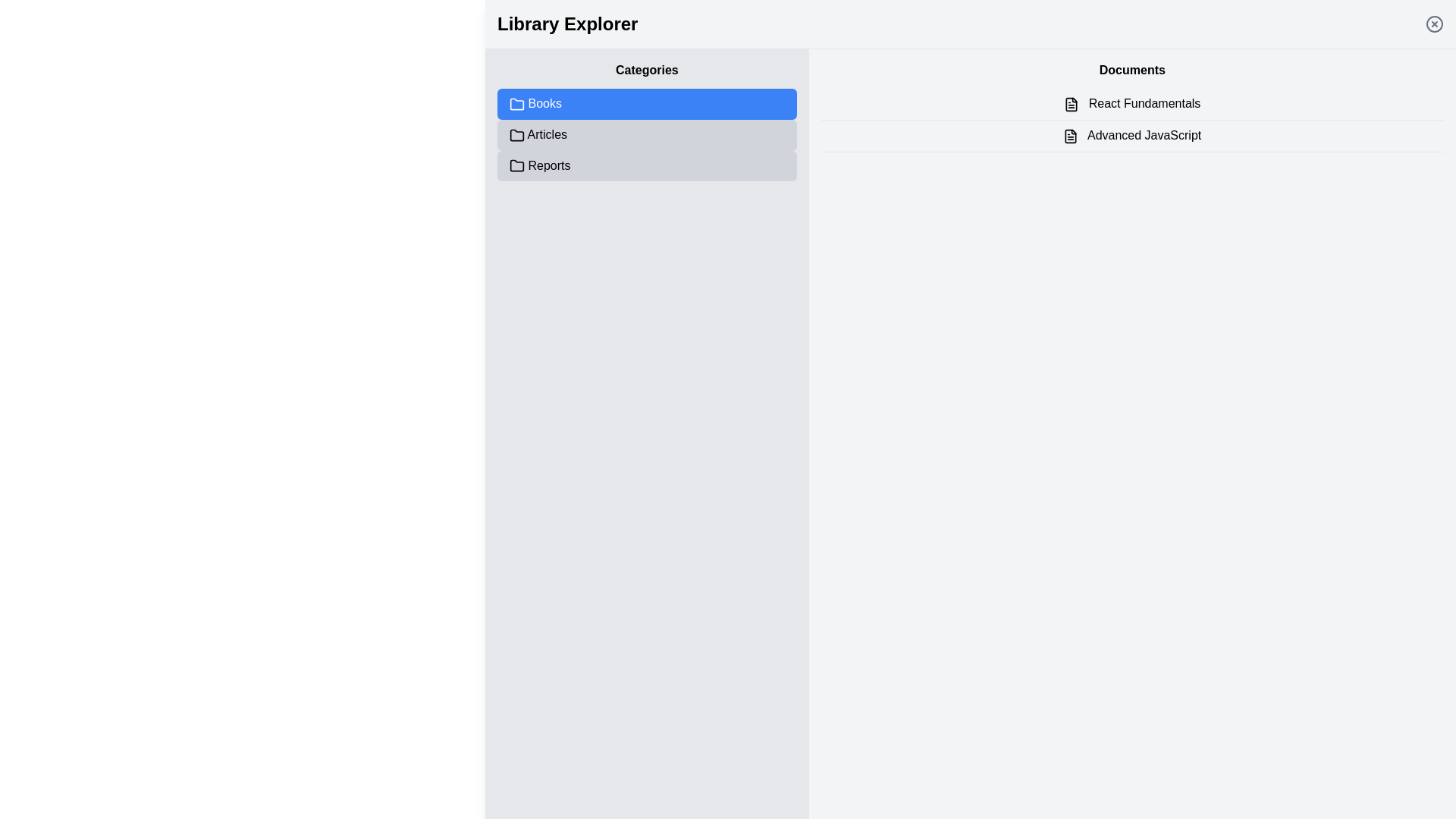  I want to click on the 'Reports' icon in the left sidebar's category list, which visually signifies the 'Reports' category and is positioned in the third row adjacent to its label, so click(516, 165).